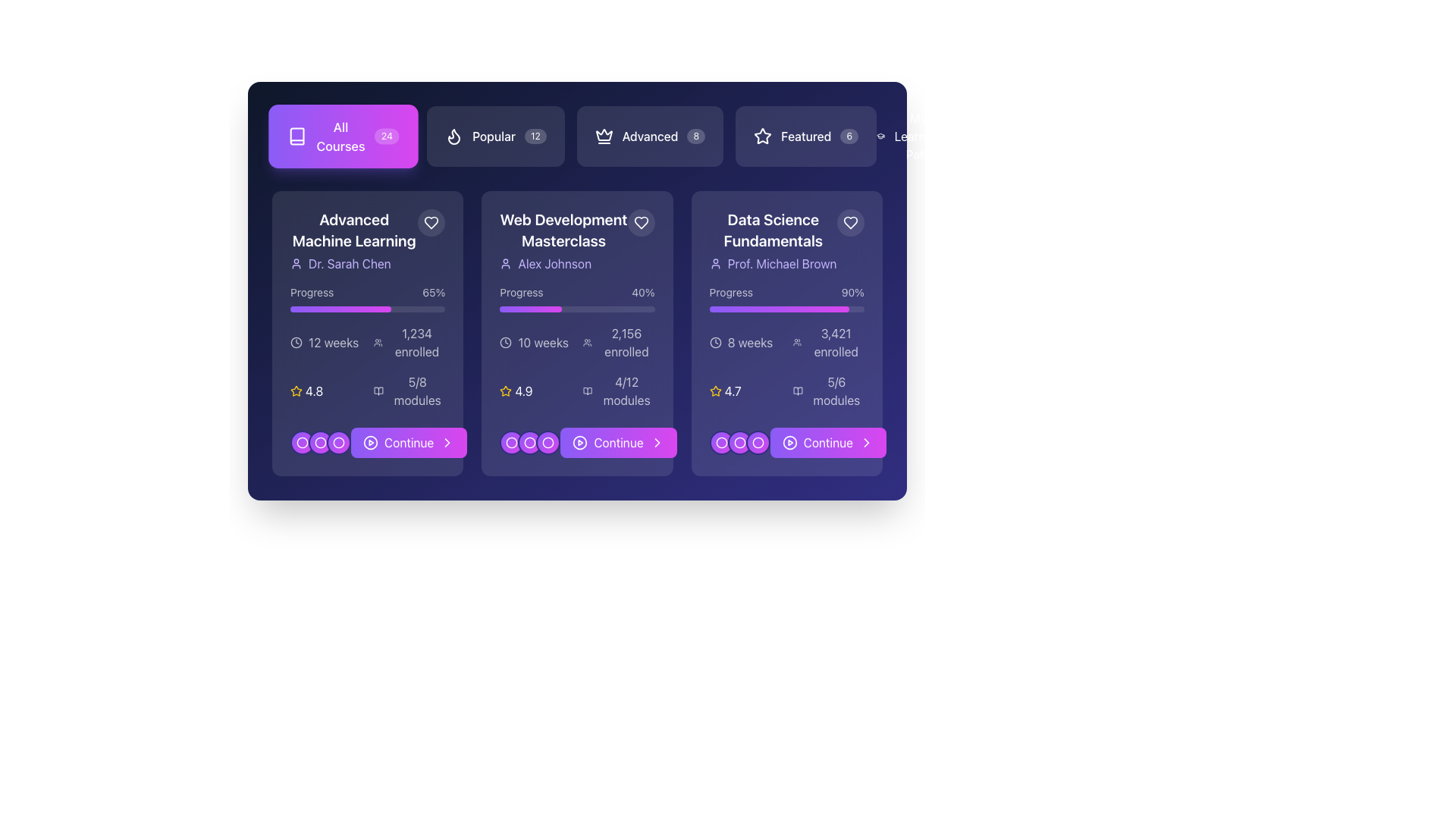 The height and width of the screenshot is (819, 1456). I want to click on the Progress tracker for the course 'Web Development Masterclass', which visually represents the completion percentage and is located below the title and author name, so click(576, 298).